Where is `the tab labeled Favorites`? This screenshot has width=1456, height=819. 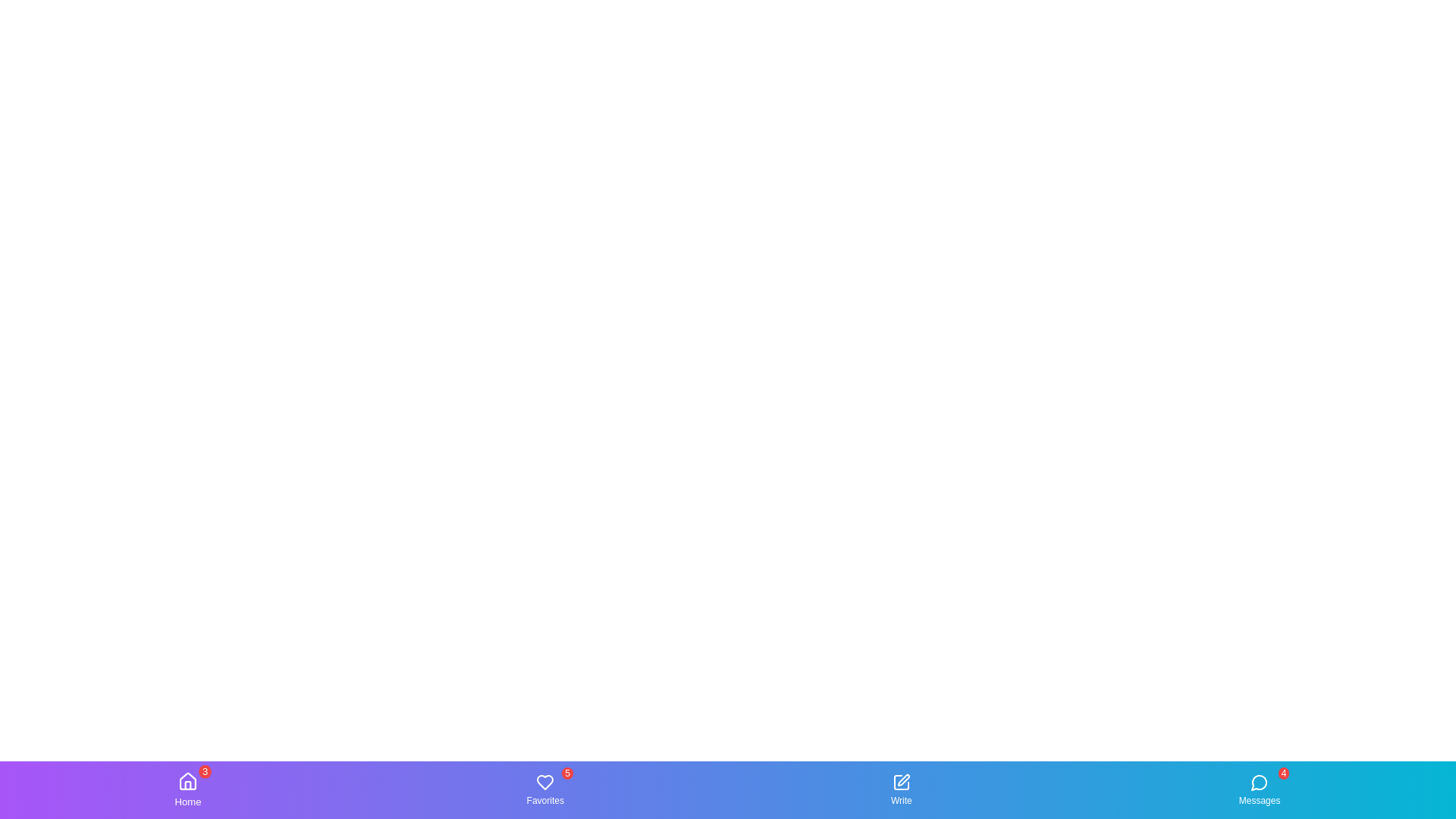
the tab labeled Favorites is located at coordinates (545, 789).